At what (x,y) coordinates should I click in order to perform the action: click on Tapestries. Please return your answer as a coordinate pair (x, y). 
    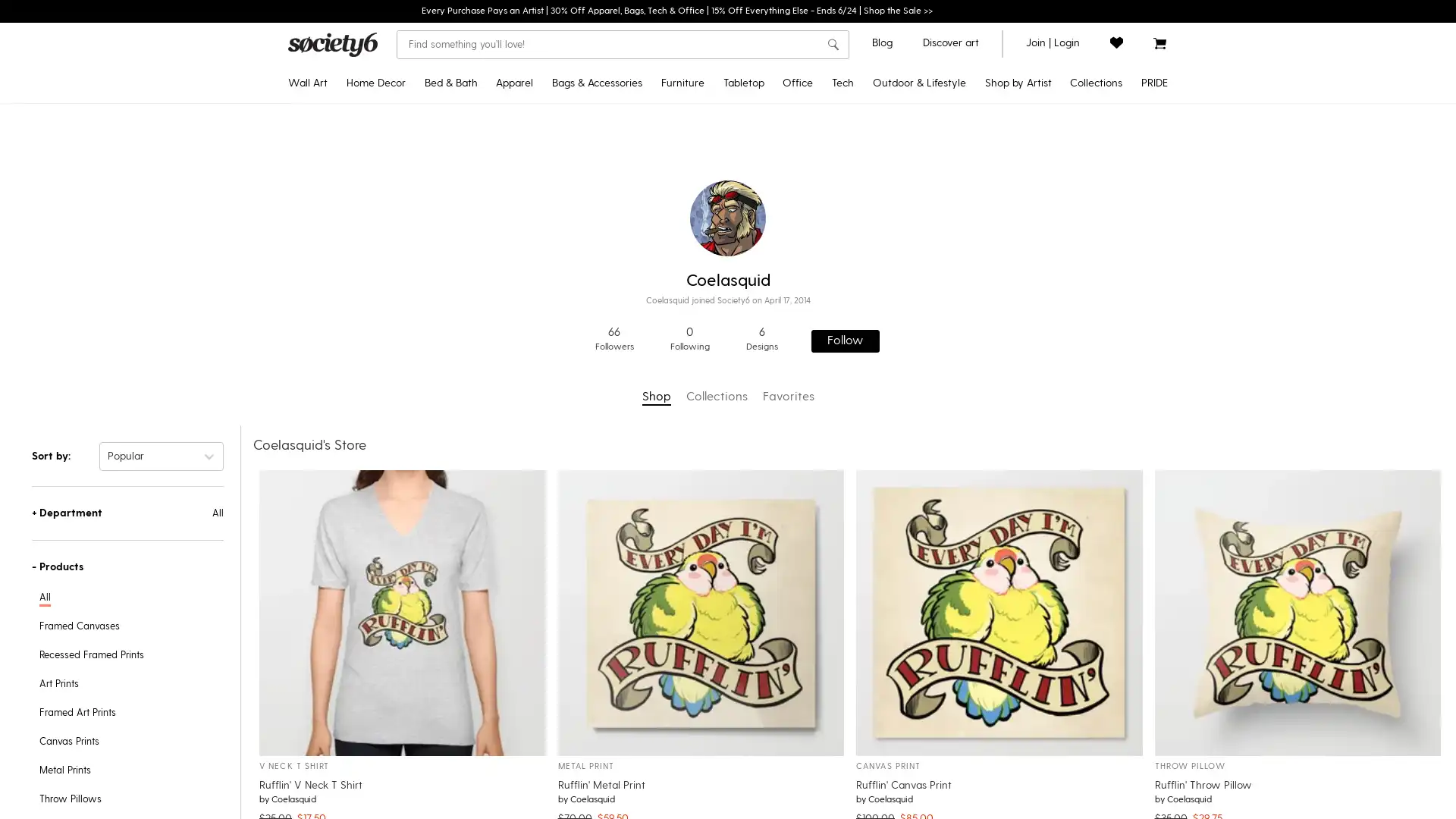
    Looking at the image, I should click on (356, 243).